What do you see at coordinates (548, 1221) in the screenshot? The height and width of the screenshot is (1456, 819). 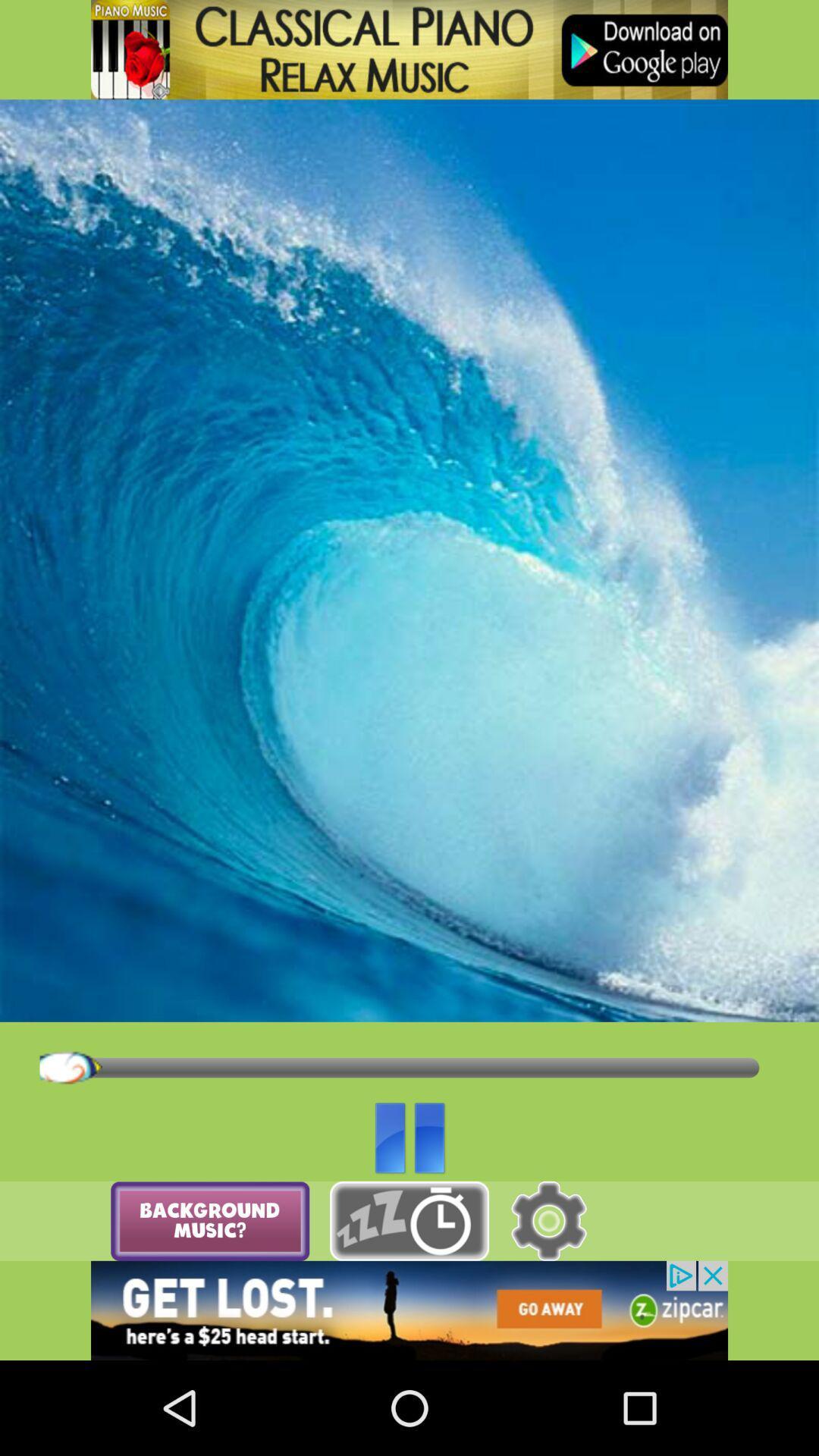 I see `settings icon` at bounding box center [548, 1221].